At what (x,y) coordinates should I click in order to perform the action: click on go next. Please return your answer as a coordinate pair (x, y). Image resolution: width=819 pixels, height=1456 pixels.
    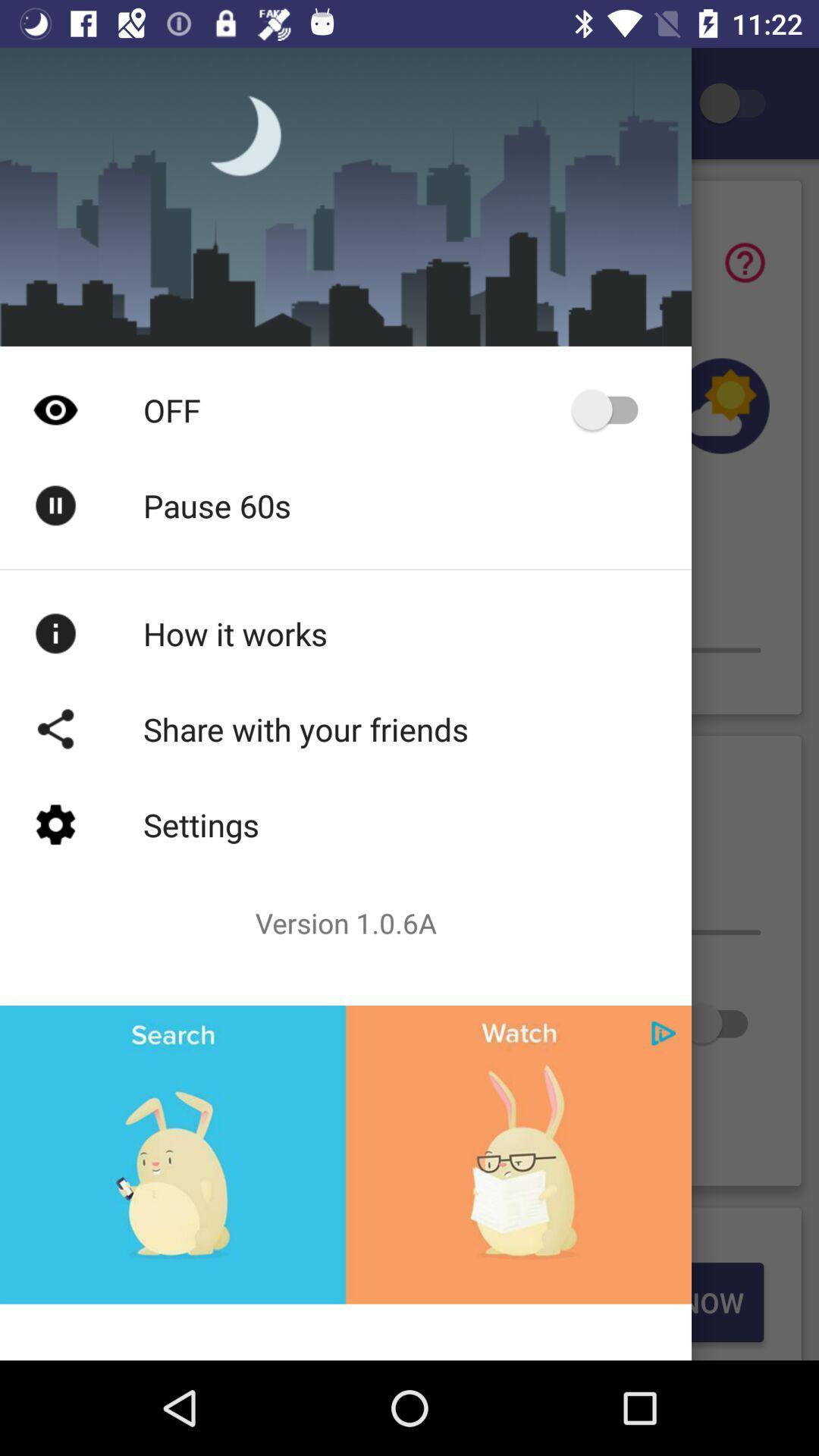
    Looking at the image, I should click on (663, 1032).